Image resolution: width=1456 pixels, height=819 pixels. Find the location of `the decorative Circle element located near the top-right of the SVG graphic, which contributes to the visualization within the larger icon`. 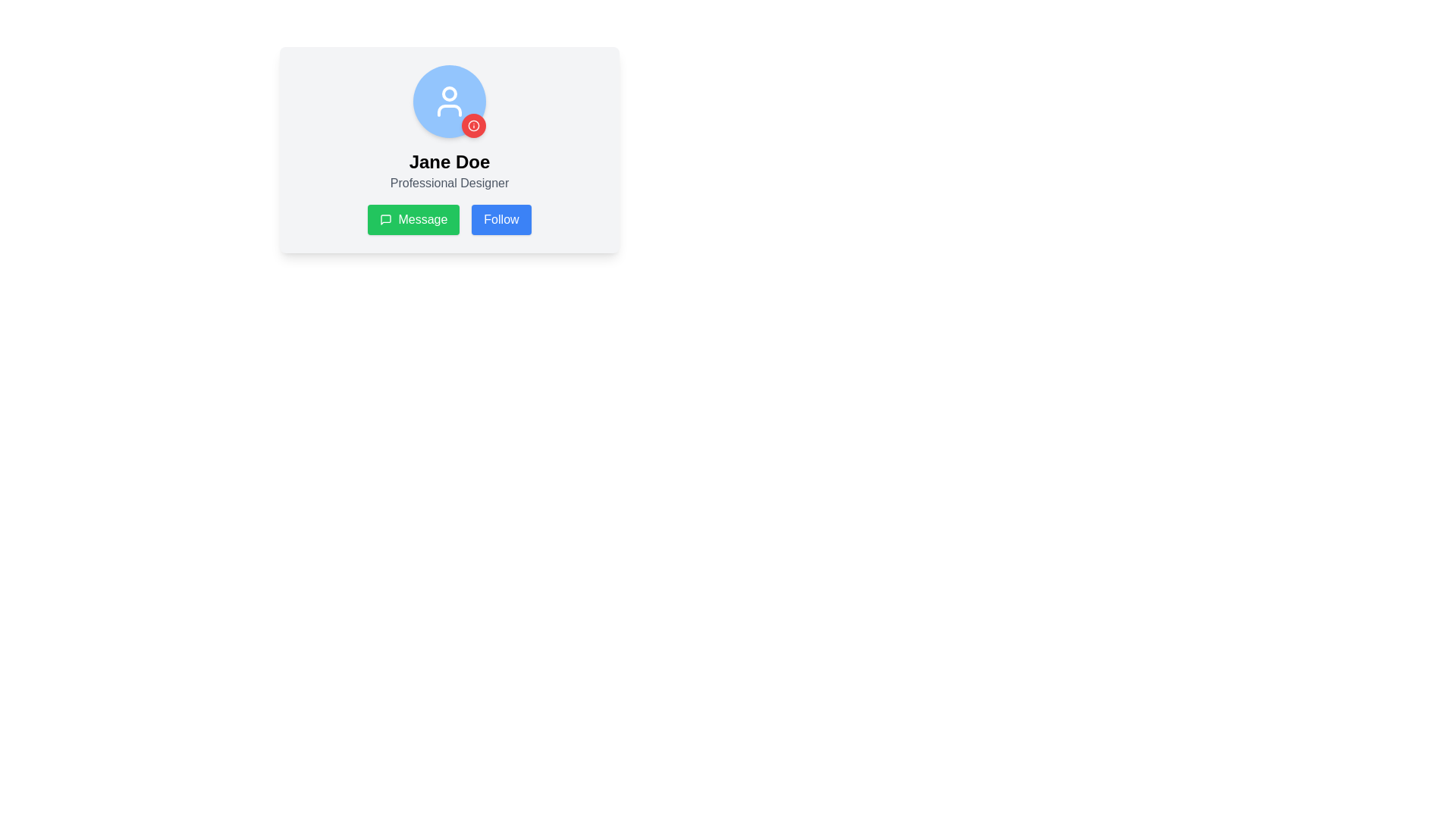

the decorative Circle element located near the top-right of the SVG graphic, which contributes to the visualization within the larger icon is located at coordinates (472, 124).